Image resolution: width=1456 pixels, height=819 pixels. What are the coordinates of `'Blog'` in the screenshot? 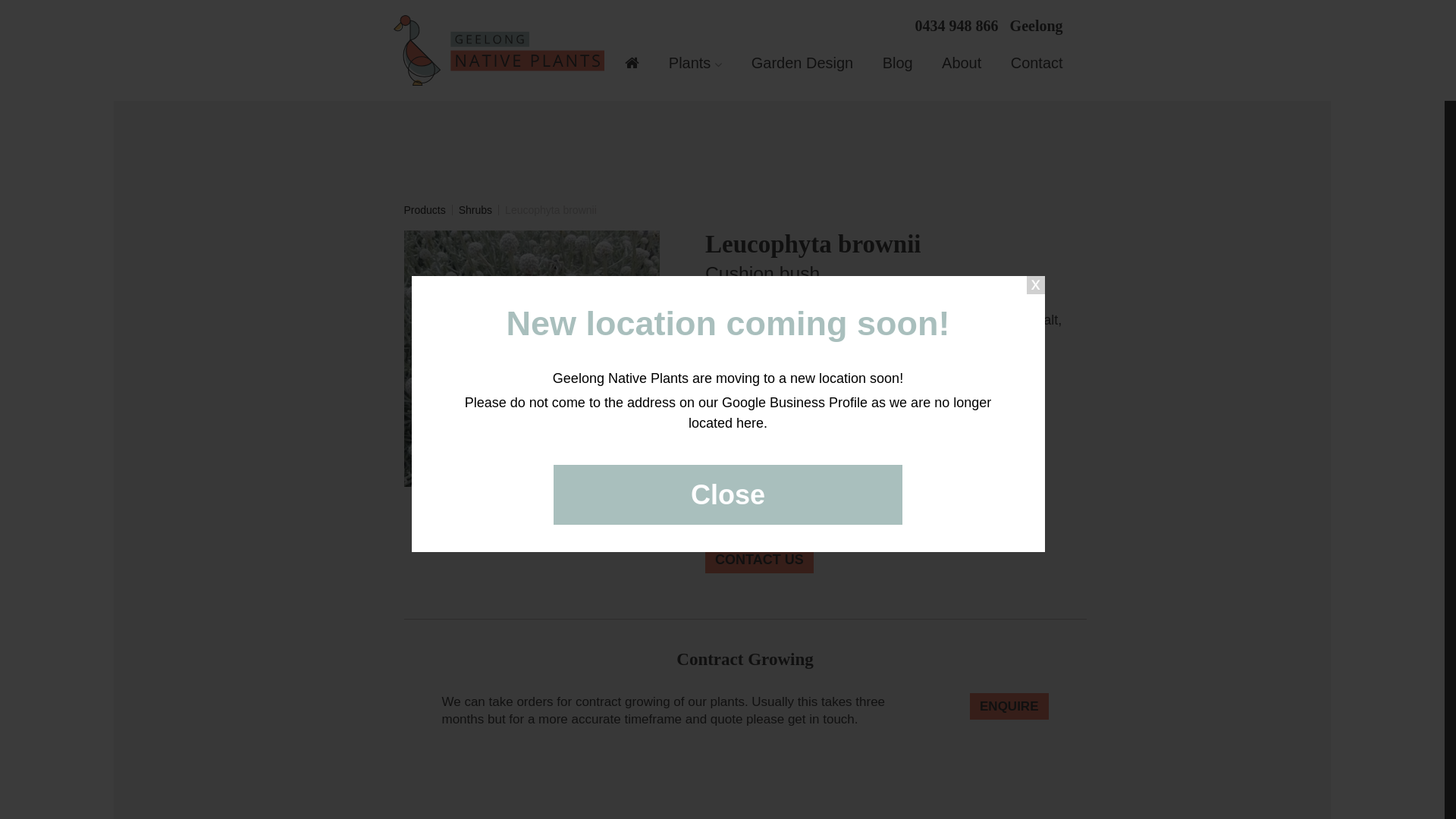 It's located at (882, 62).